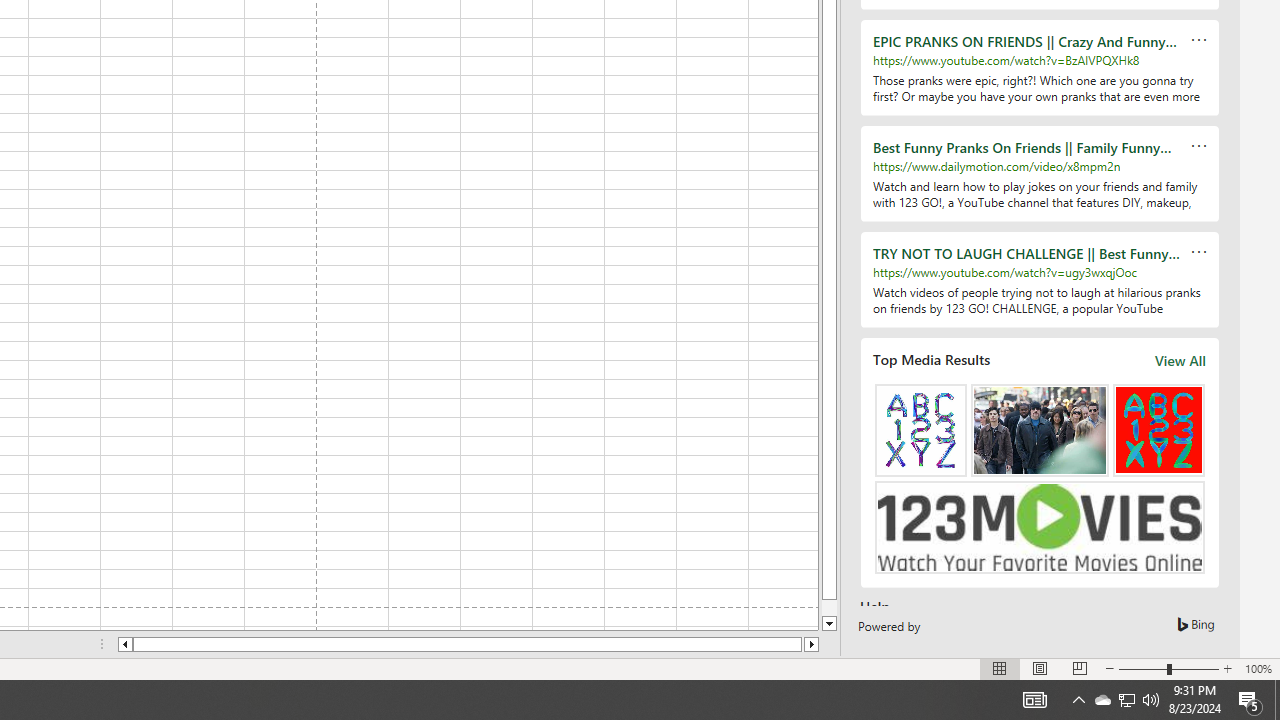 The image size is (1280, 720). I want to click on 'User Promoted Notification Area', so click(1127, 698).